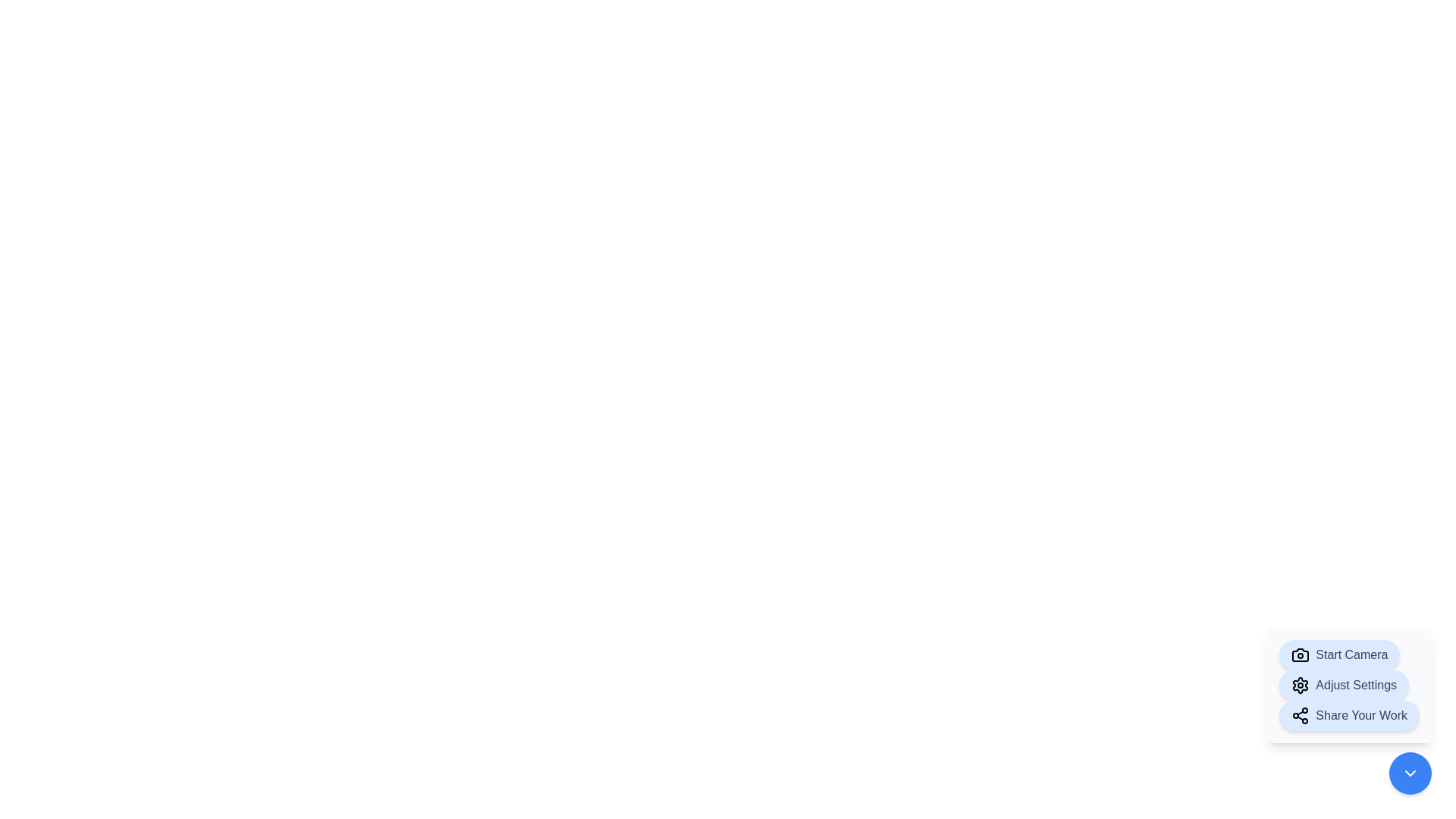  What do you see at coordinates (1300, 685) in the screenshot?
I see `the gear icon located at the top-right of the submenu in the modal window's lower-right area` at bounding box center [1300, 685].